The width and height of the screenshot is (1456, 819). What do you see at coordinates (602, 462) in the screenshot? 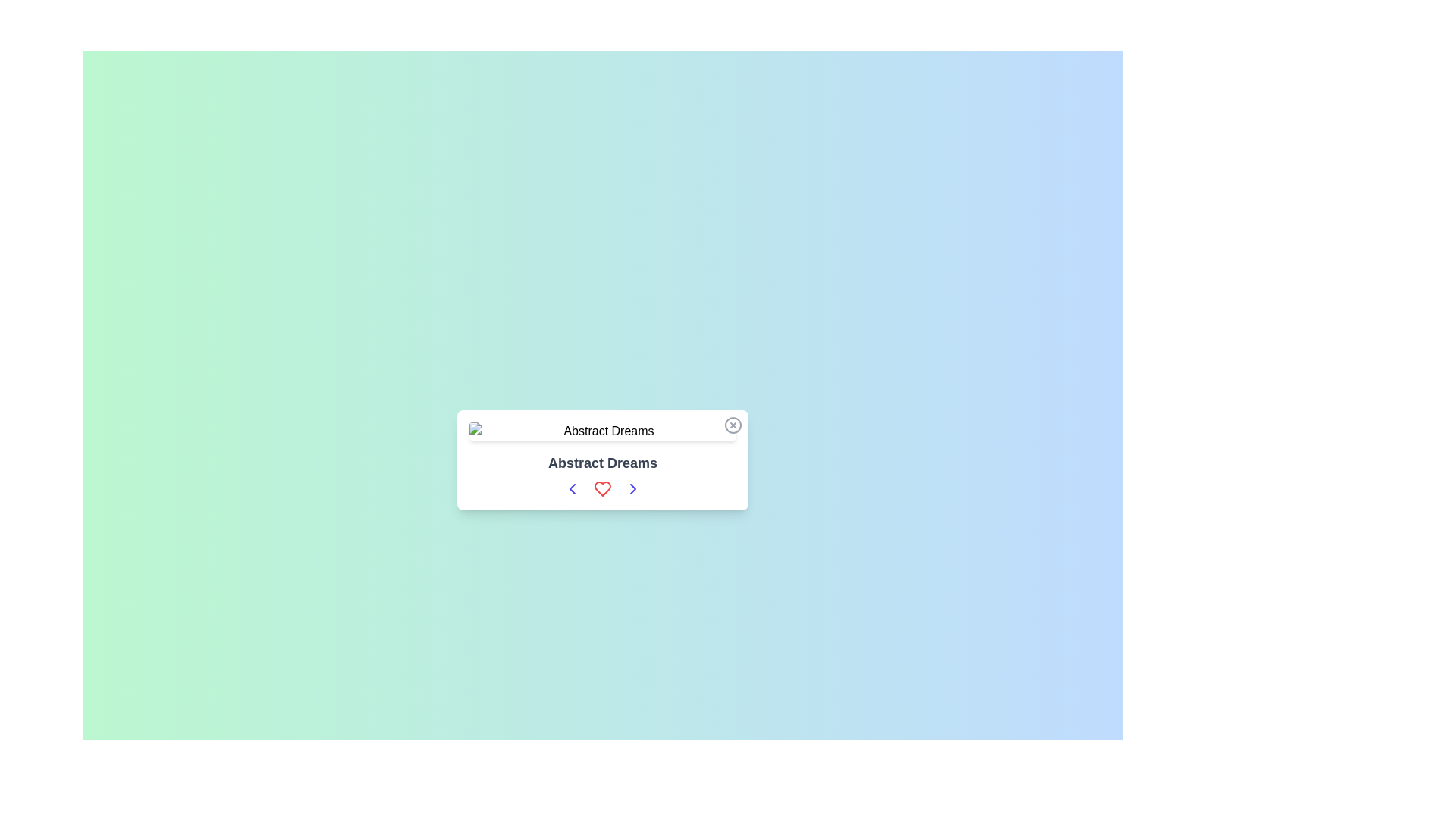
I see `the bold text label 'Abstract Dreams' which is styled prominently and located centrally above a row of interactive icons` at bounding box center [602, 462].